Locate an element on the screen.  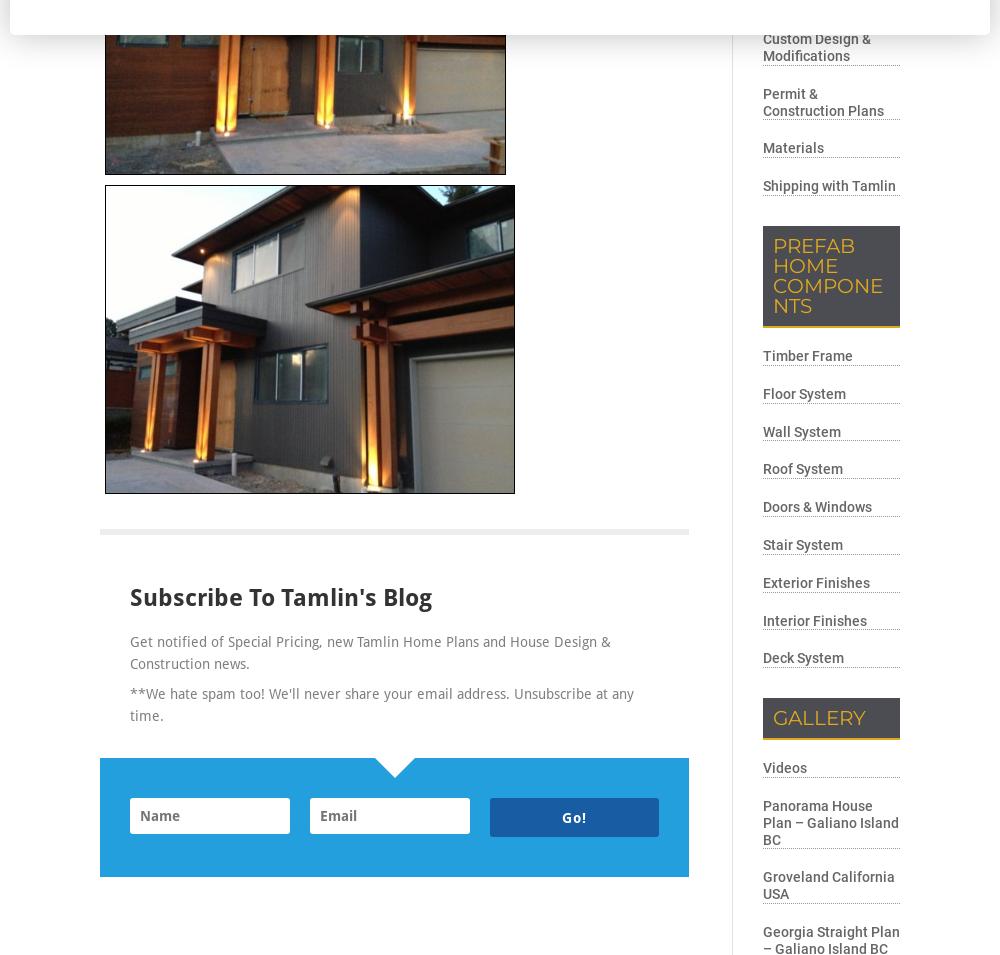
'Materials' is located at coordinates (793, 147).